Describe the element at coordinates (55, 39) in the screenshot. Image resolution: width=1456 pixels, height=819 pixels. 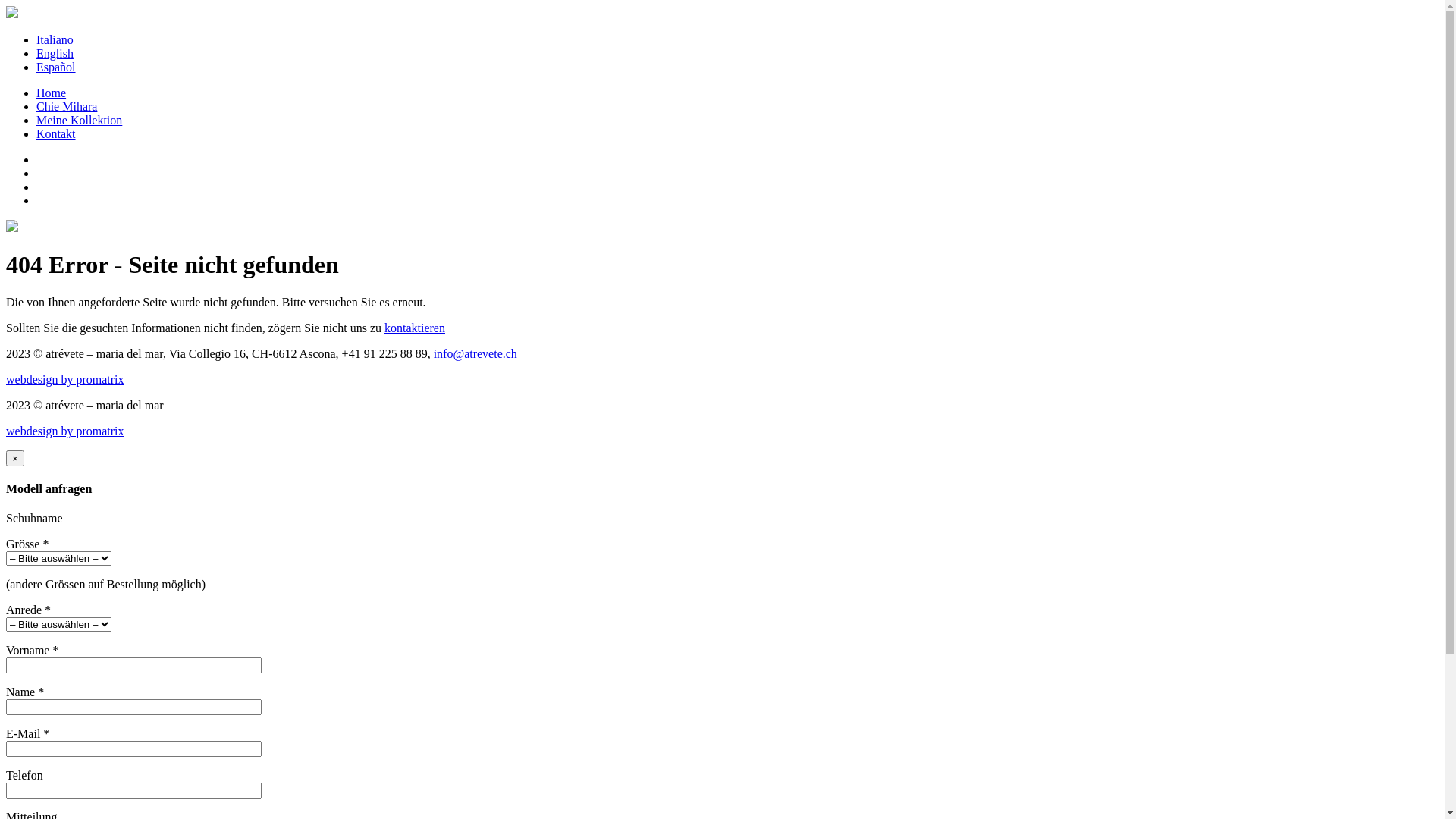
I see `'Italiano'` at that location.